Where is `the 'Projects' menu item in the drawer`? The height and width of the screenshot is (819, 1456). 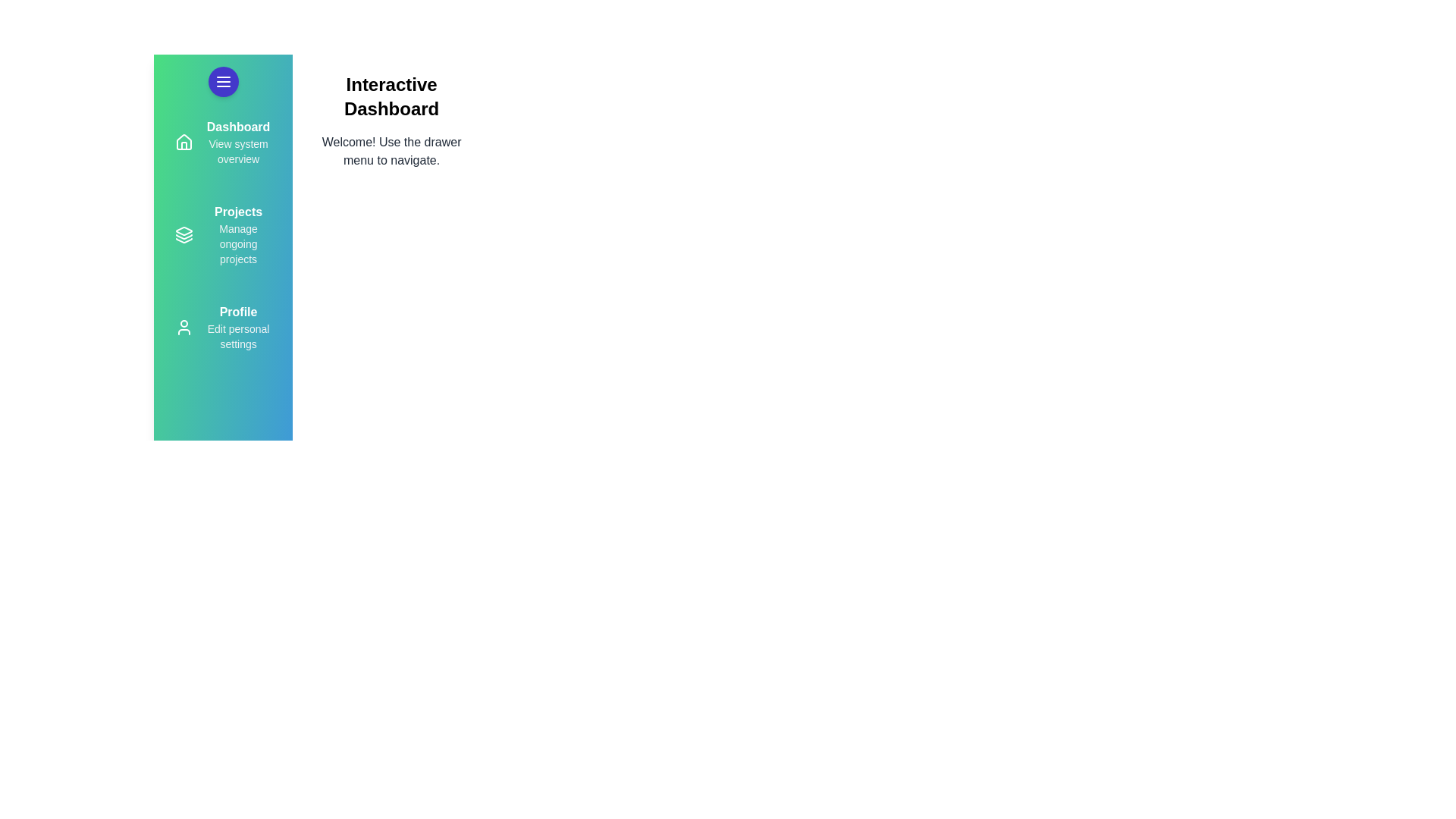 the 'Projects' menu item in the drawer is located at coordinates (221, 234).